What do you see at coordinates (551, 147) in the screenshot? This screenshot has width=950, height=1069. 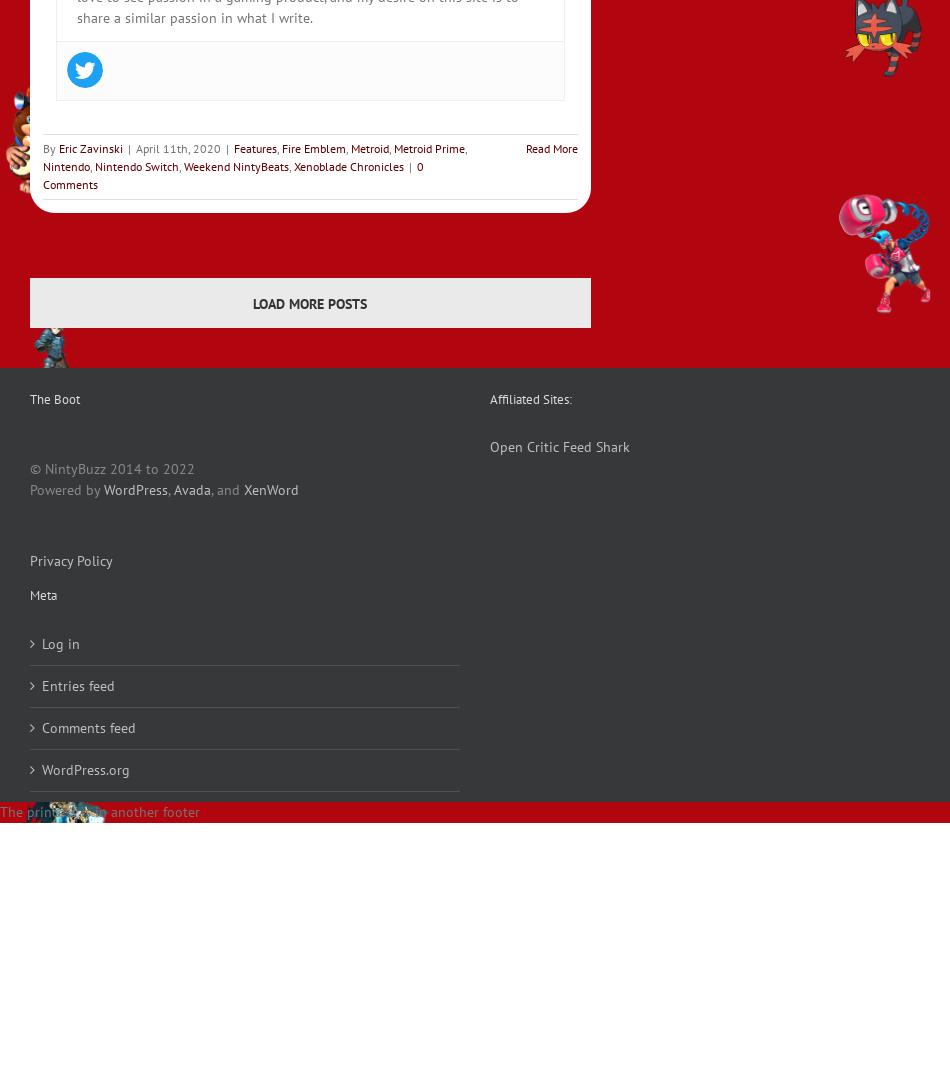 I see `'Read More'` at bounding box center [551, 147].